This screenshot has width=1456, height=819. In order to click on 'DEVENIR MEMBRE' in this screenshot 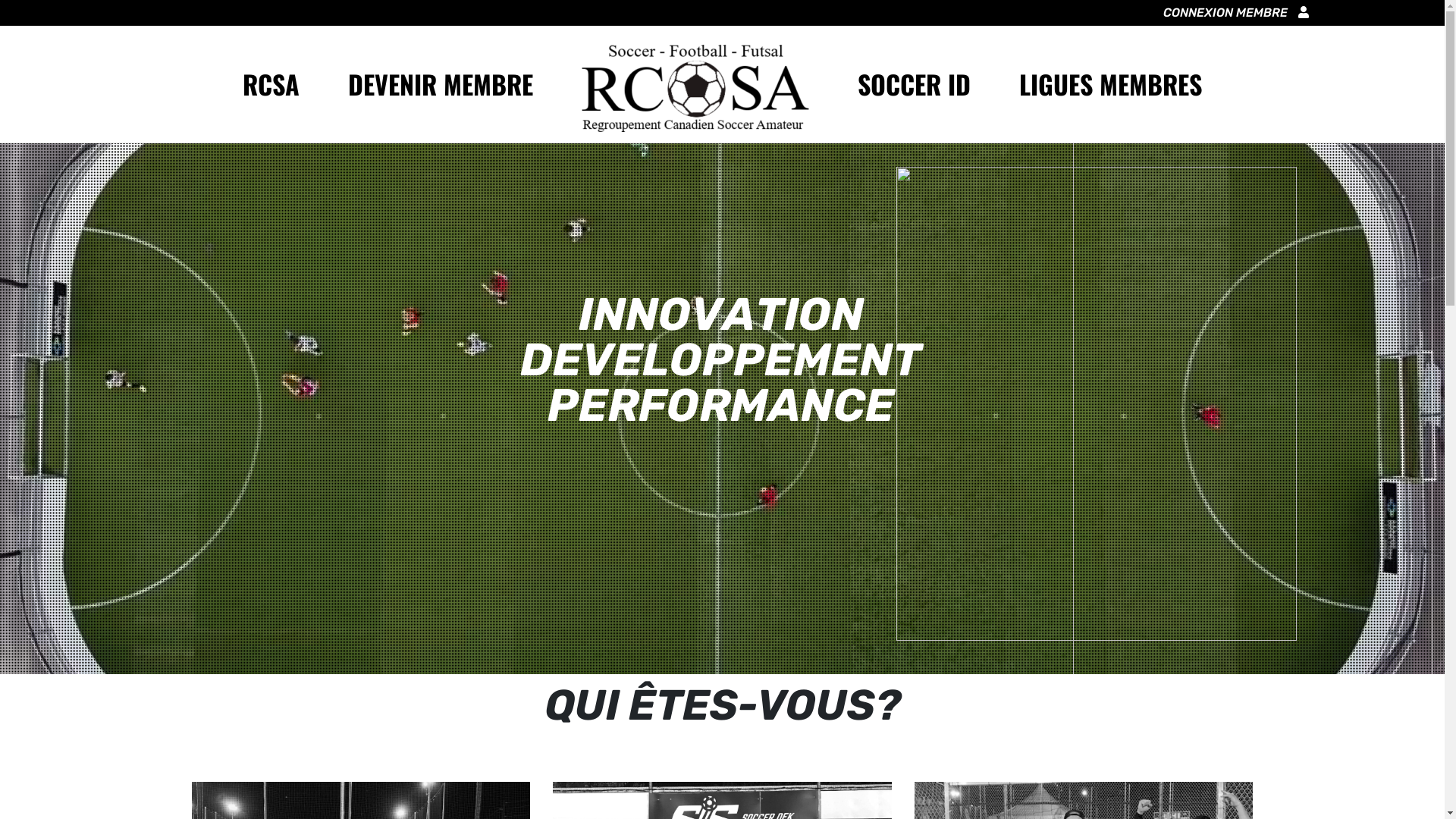, I will do `click(439, 84)`.